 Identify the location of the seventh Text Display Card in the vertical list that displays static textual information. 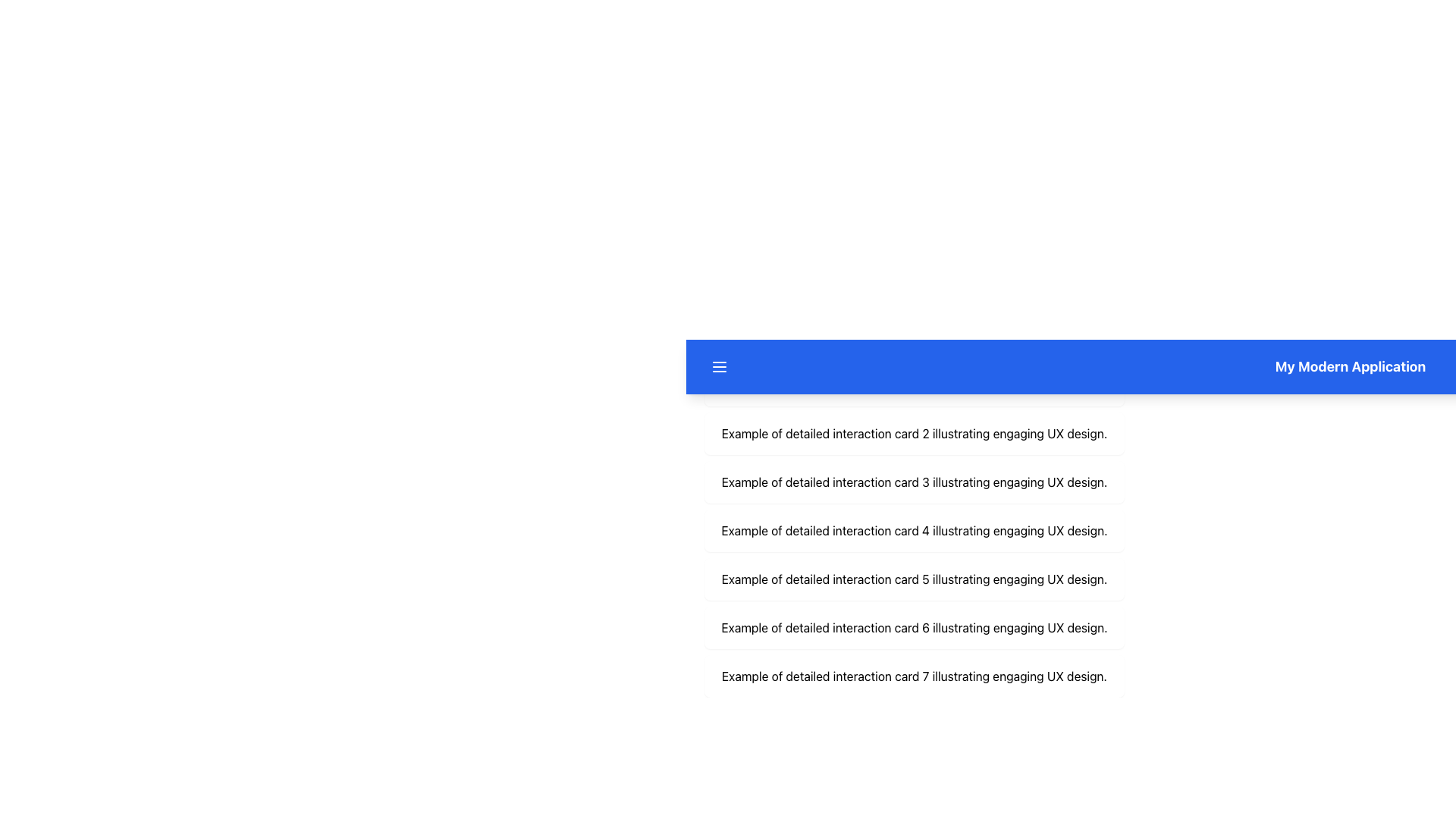
(913, 675).